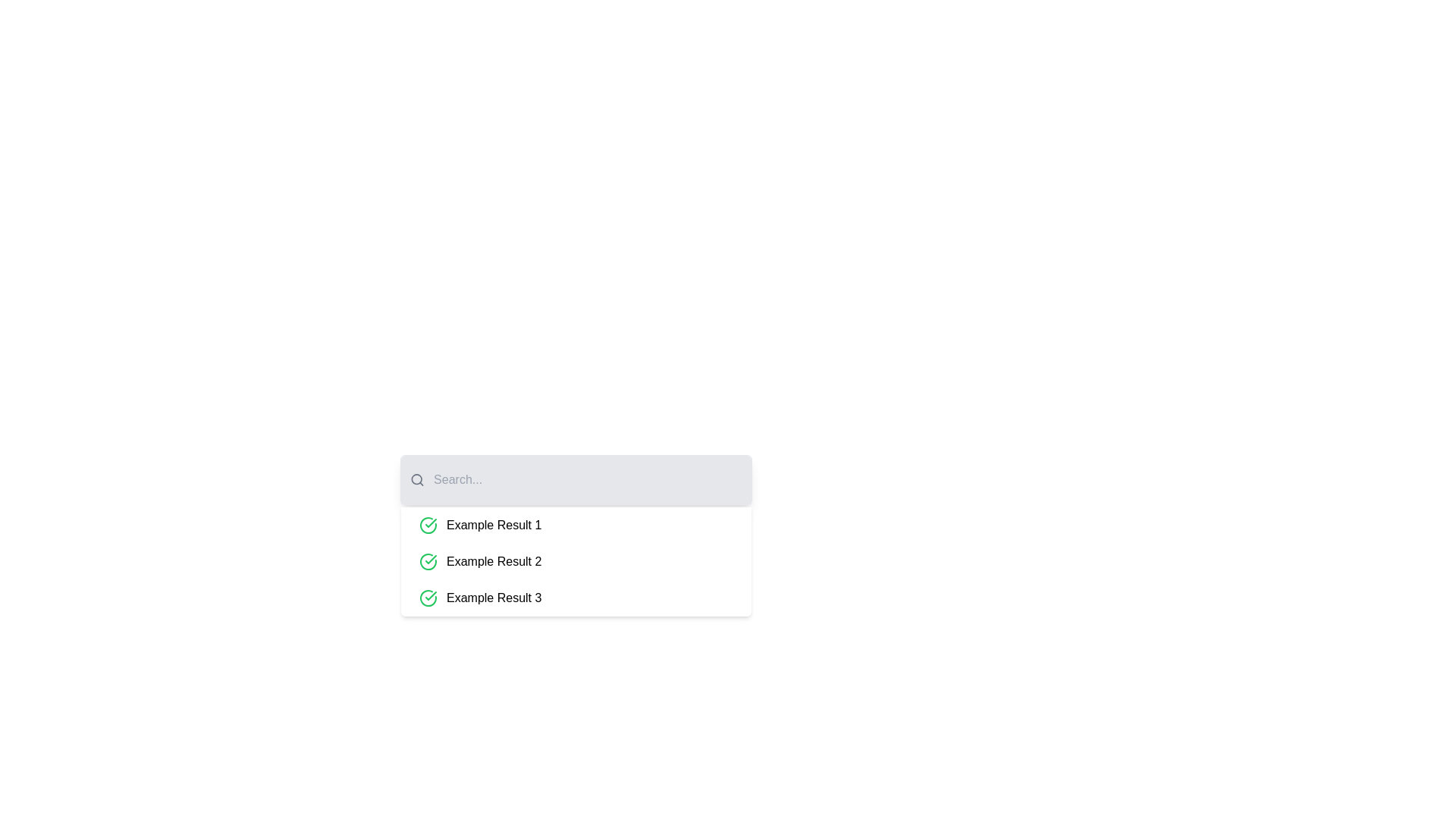 This screenshot has height=819, width=1456. Describe the element at coordinates (430, 559) in the screenshot. I see `the graphical checkmark icon within the green indicator icon, which is located in the second result item of the search results list` at that location.